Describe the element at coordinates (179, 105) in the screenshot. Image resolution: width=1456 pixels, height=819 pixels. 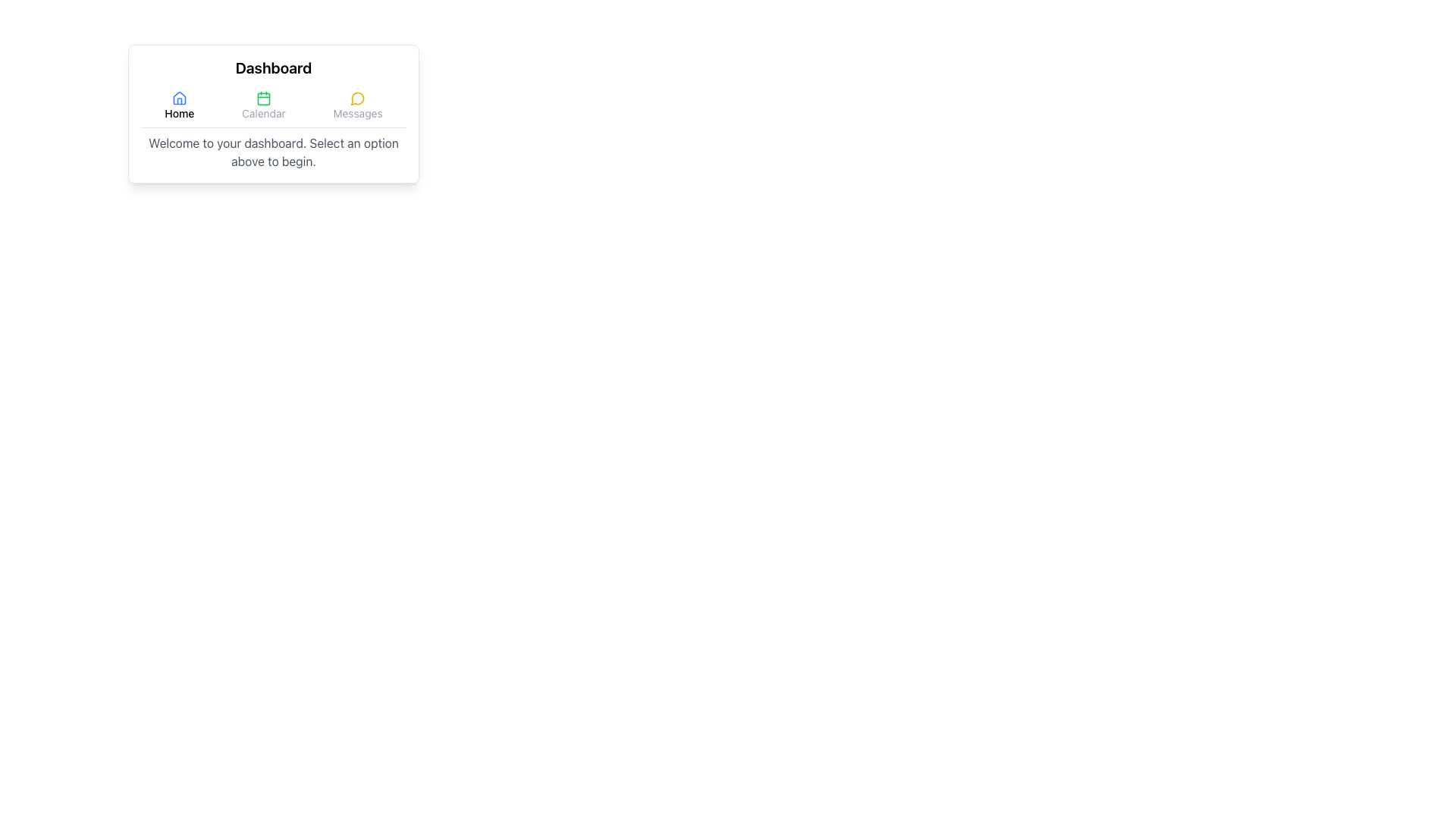
I see `the 'Home' button located on the left side of the navigation options beneath the 'Dashboard' title` at that location.